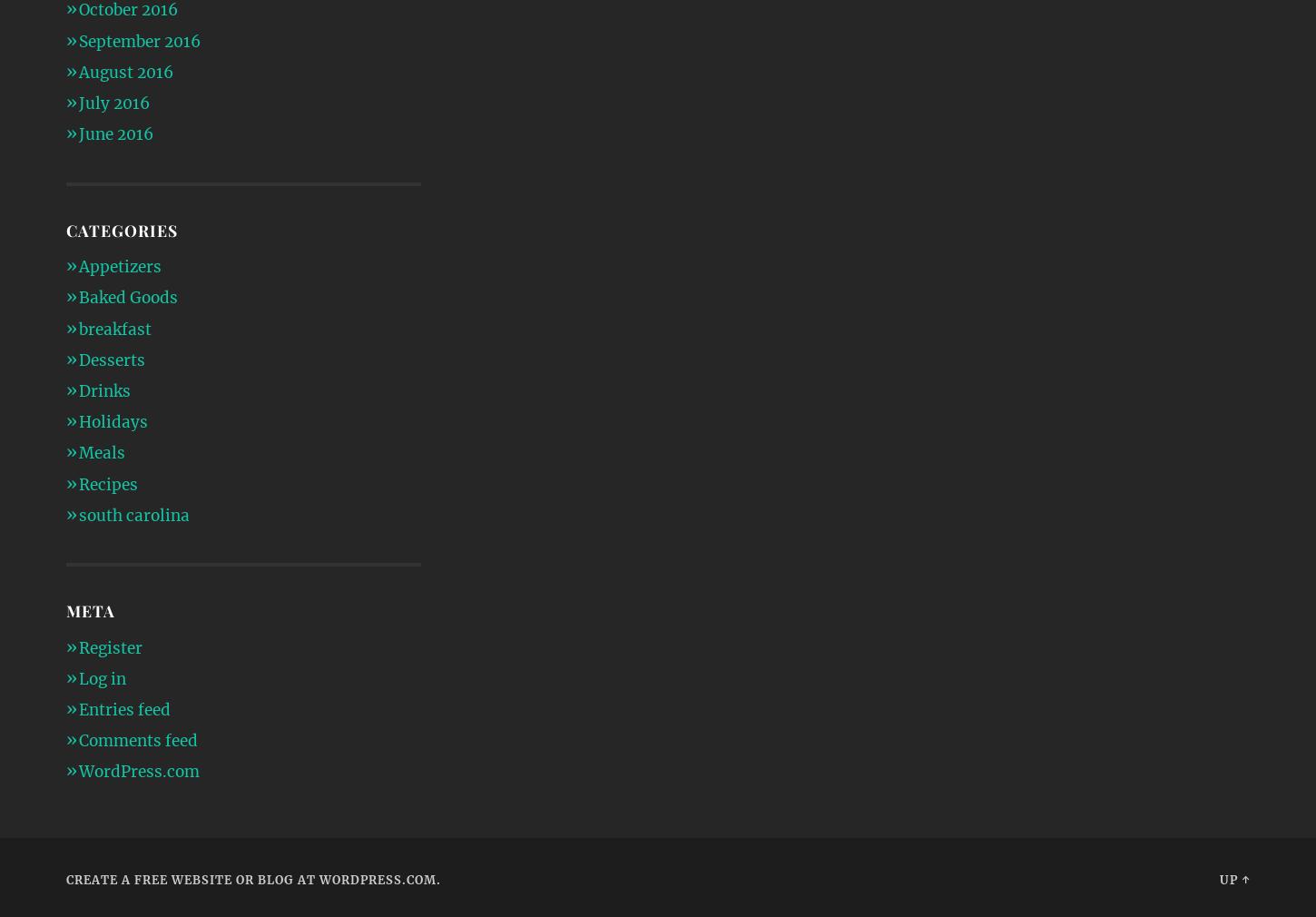 Image resolution: width=1316 pixels, height=917 pixels. Describe the element at coordinates (114, 133) in the screenshot. I see `'June 2016'` at that location.